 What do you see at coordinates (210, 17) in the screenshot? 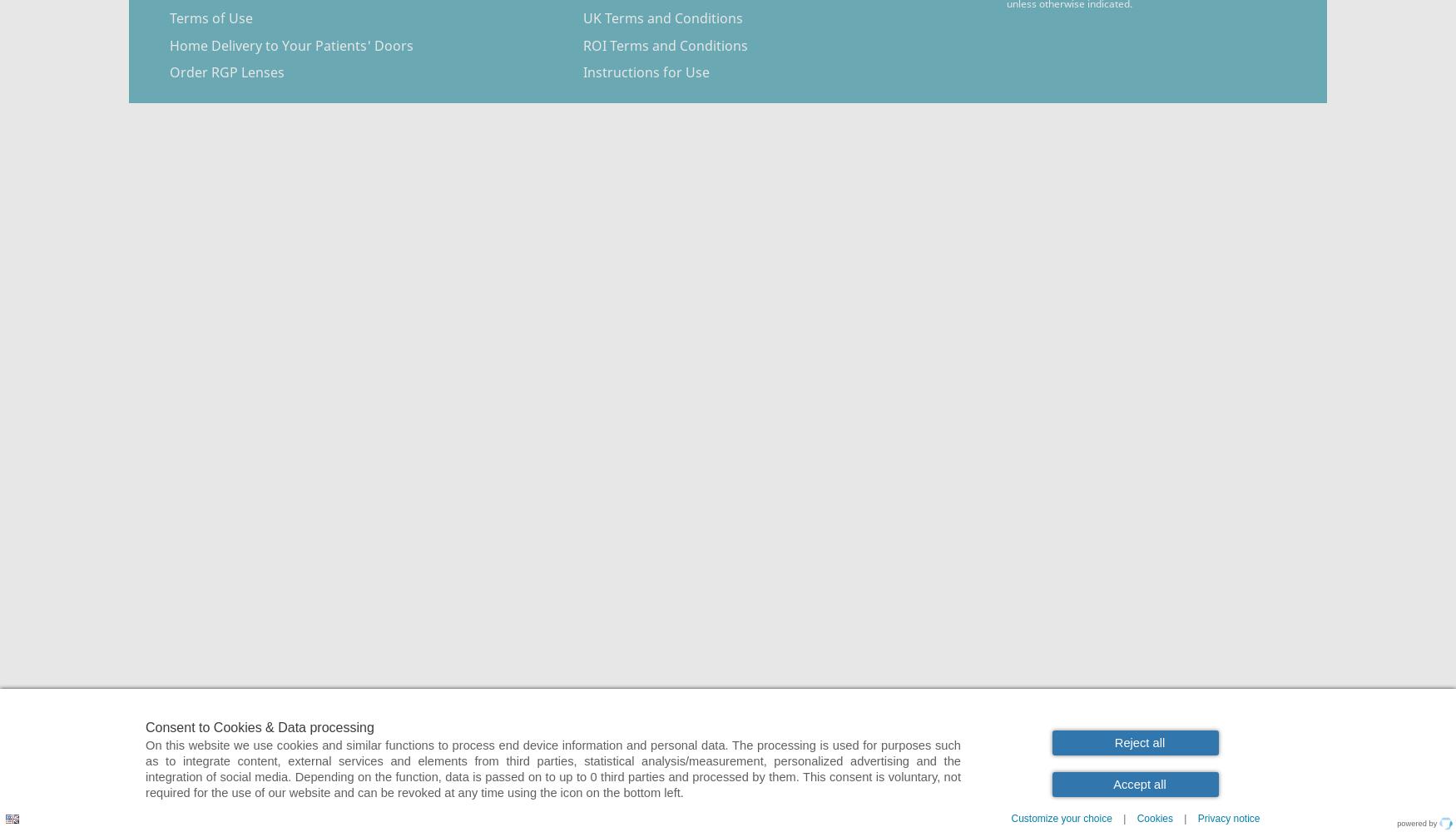
I see `'Terms of Use'` at bounding box center [210, 17].